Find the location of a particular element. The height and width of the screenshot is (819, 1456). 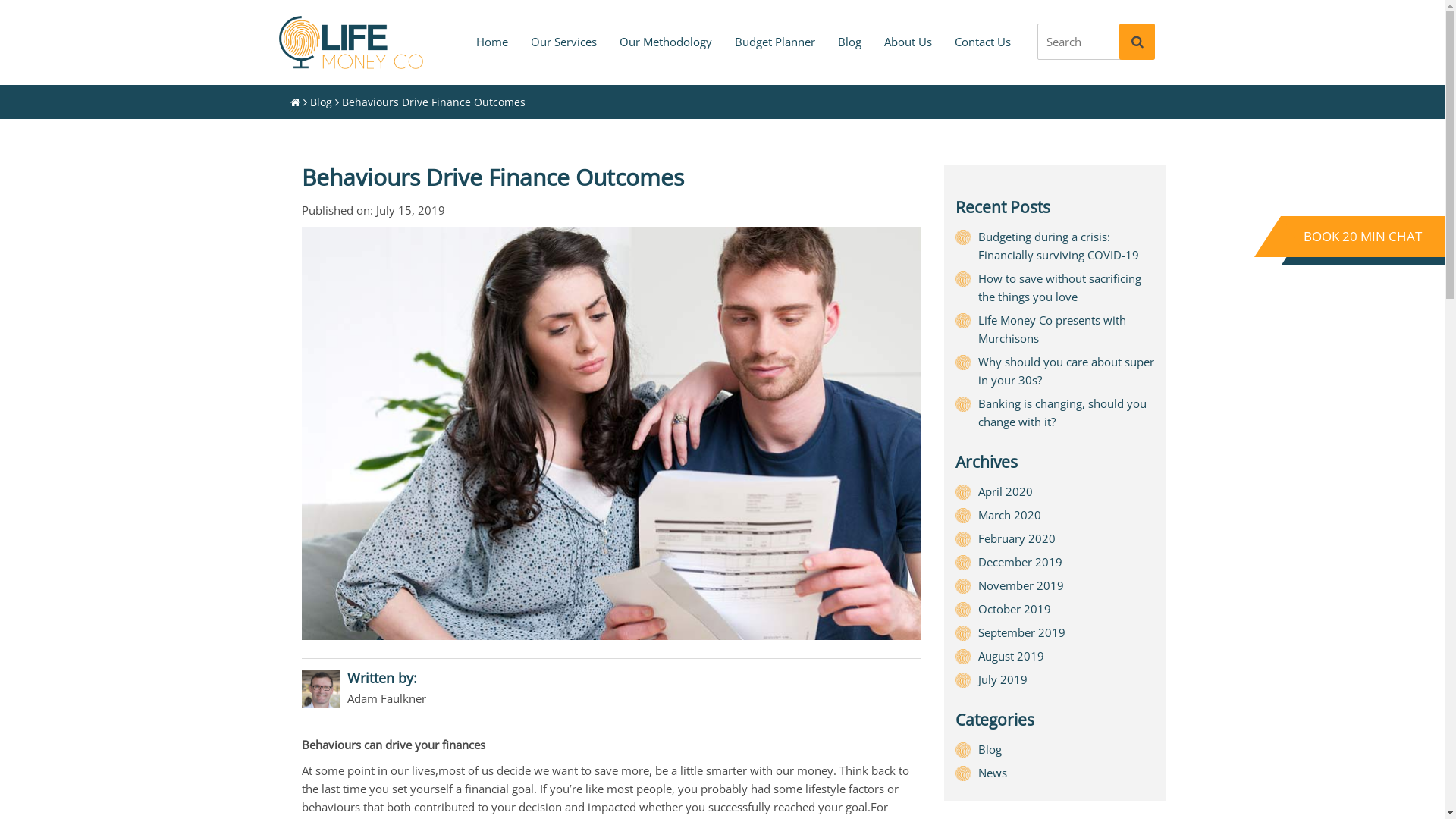

'Budget Planner' is located at coordinates (775, 40).